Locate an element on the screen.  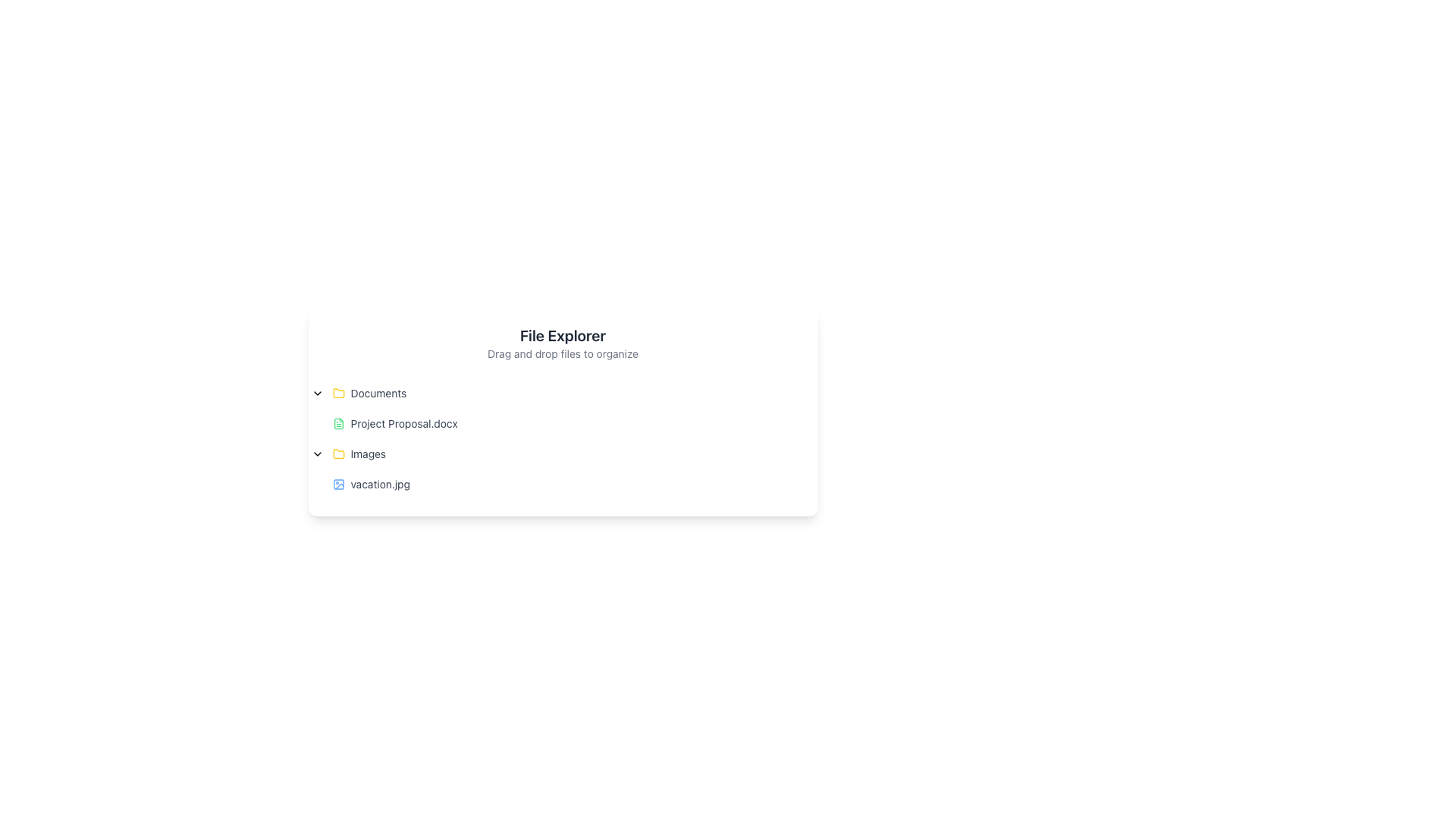
the file document icon representing 'Project Proposal.docx' in the file explorer, located under the 'Documents' folder group is located at coordinates (337, 424).